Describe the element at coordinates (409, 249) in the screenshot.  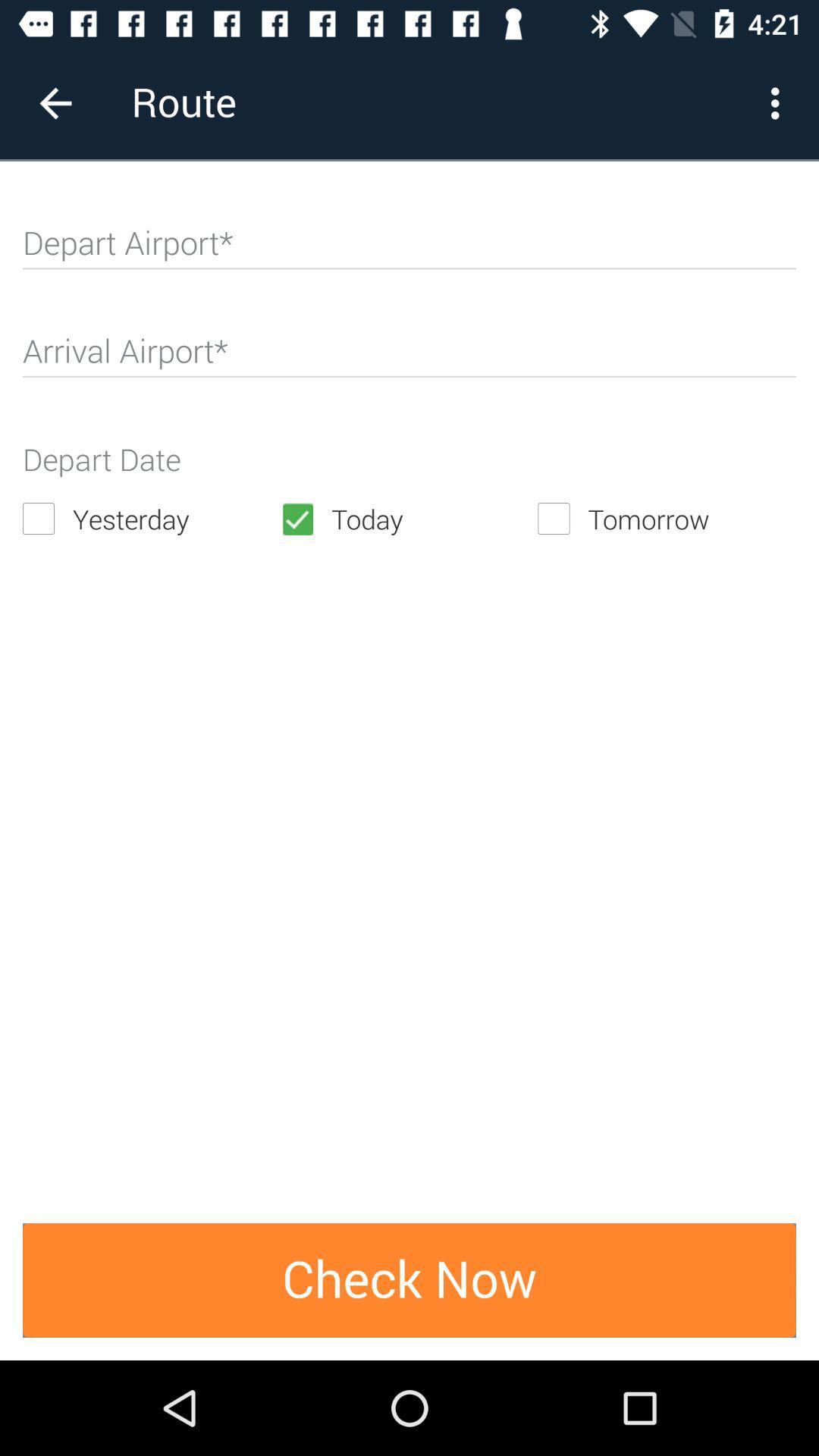
I see `route start` at that location.